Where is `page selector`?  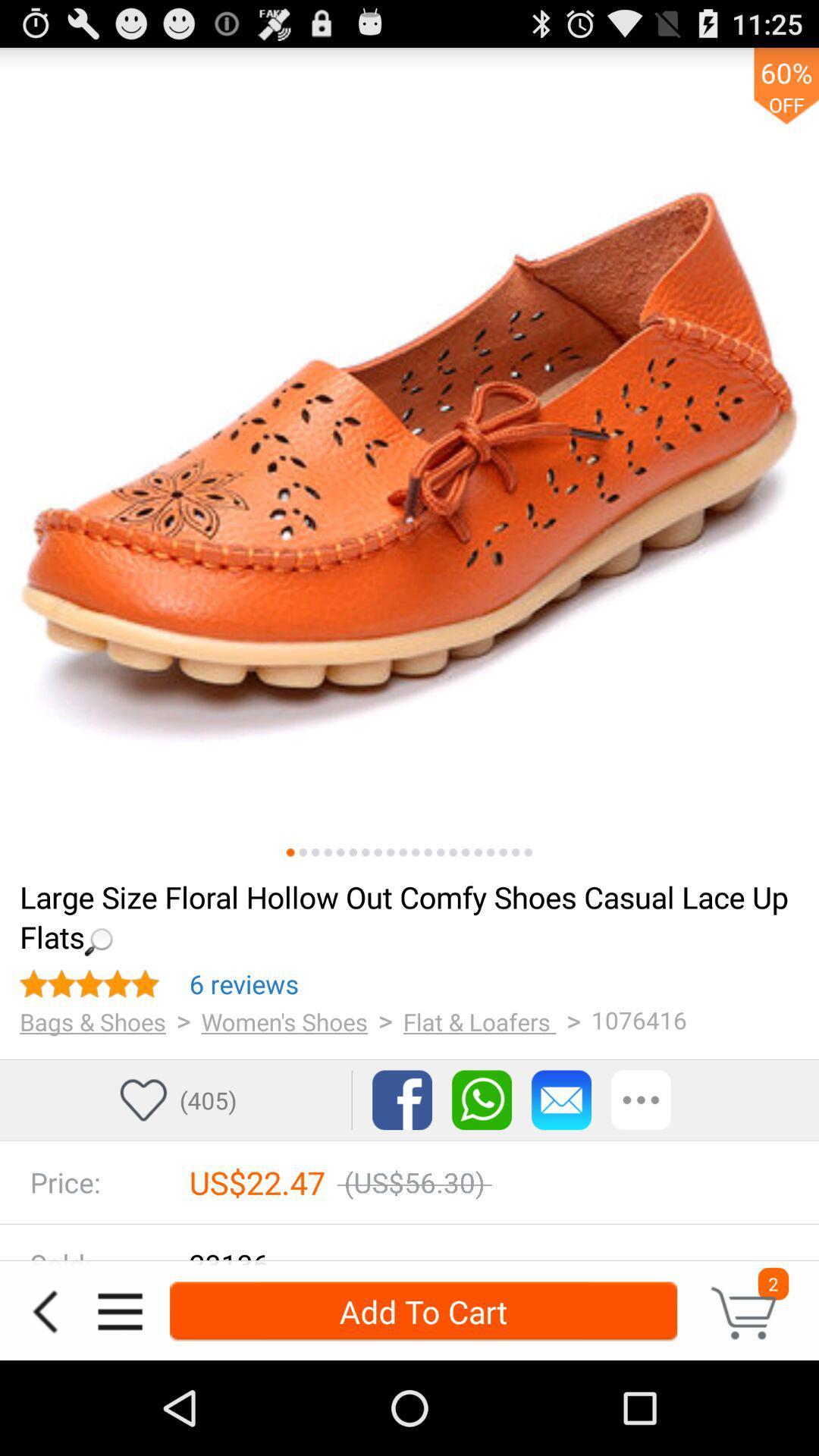 page selector is located at coordinates (478, 852).